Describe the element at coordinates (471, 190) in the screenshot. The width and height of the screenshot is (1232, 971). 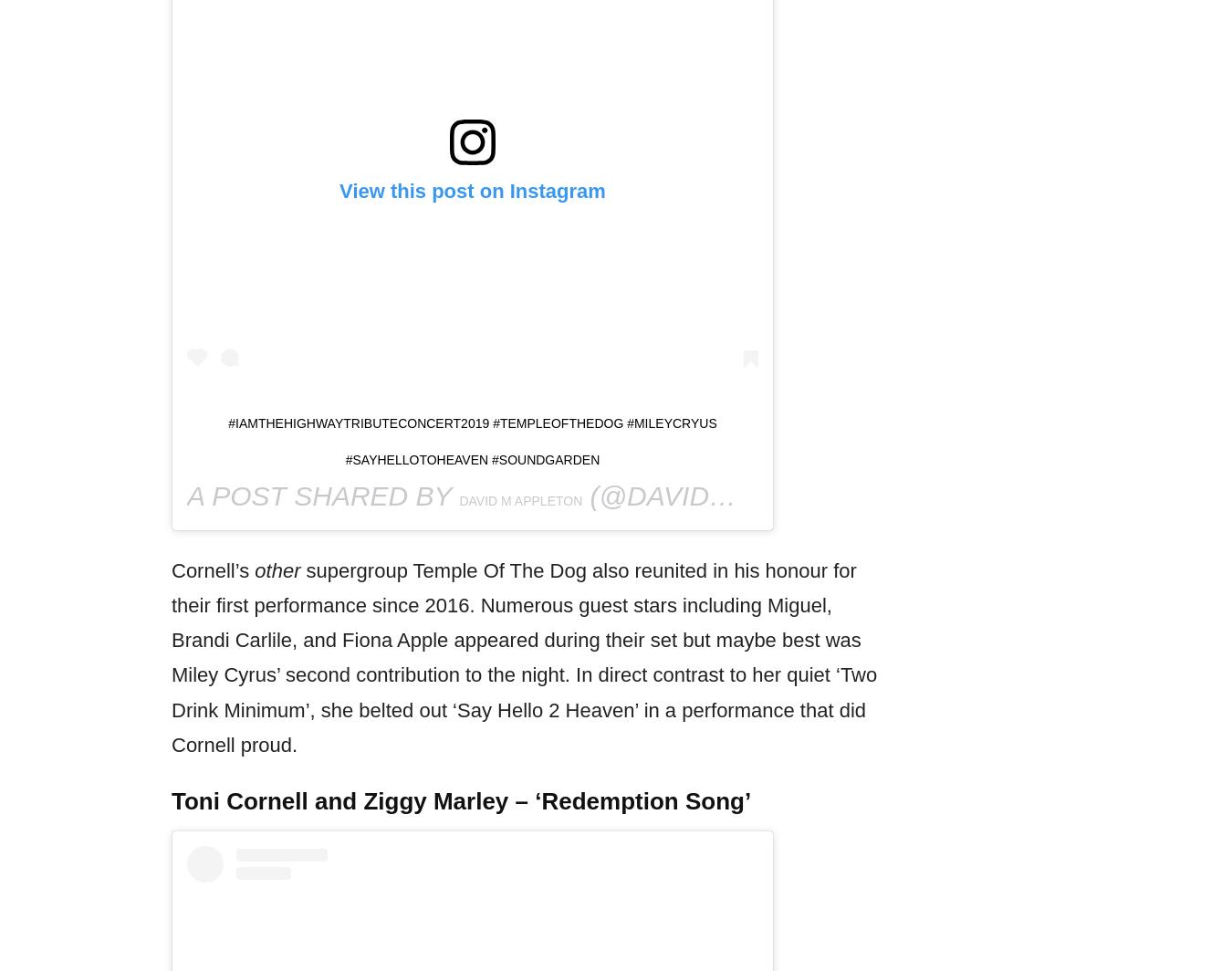
I see `'View this post on Instagram'` at that location.